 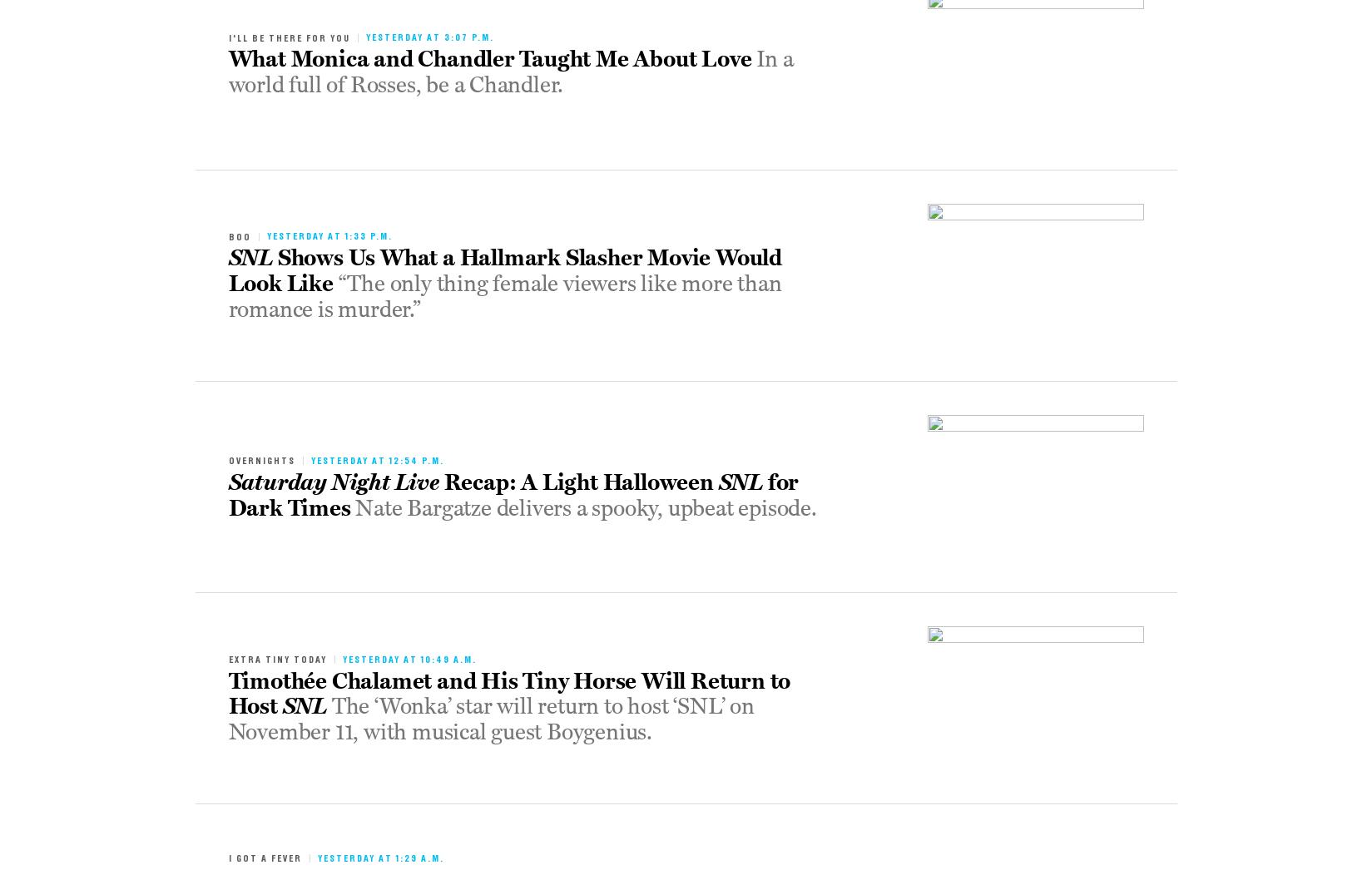 What do you see at coordinates (332, 482) in the screenshot?
I see `'Saturday Night Live'` at bounding box center [332, 482].